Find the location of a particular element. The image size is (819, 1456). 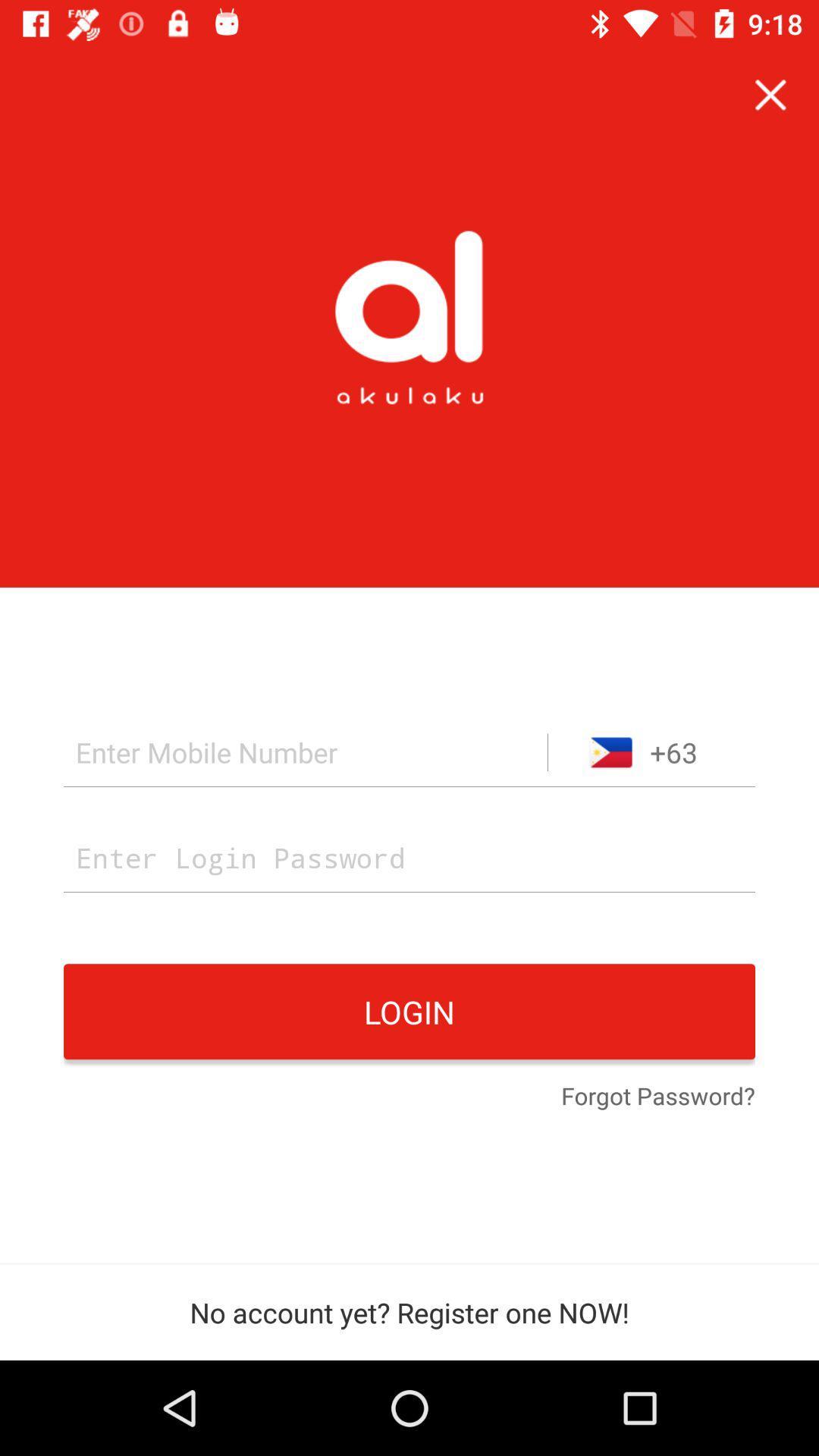

the no account yet is located at coordinates (409, 1312).